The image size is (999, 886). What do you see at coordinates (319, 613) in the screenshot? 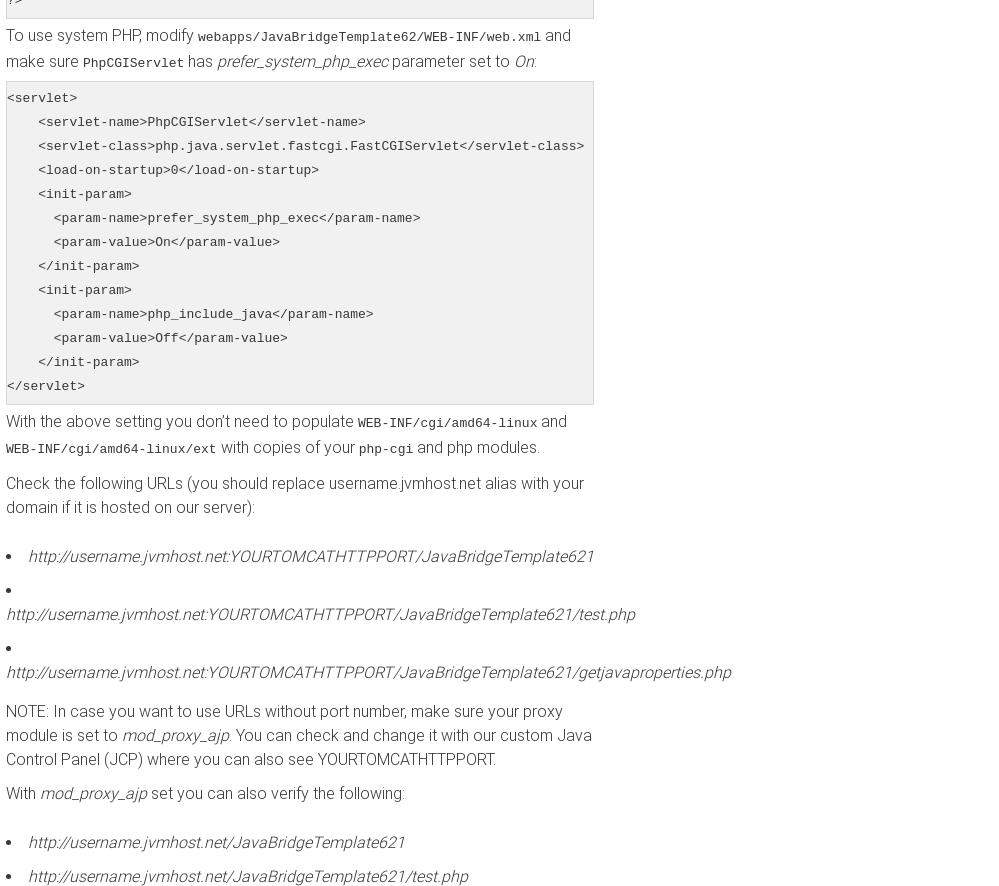
I see `'http://username.jvmhost.net:YOURTOMCATHTTPPORT/JavaBridgeTemplate621/test.php'` at bounding box center [319, 613].